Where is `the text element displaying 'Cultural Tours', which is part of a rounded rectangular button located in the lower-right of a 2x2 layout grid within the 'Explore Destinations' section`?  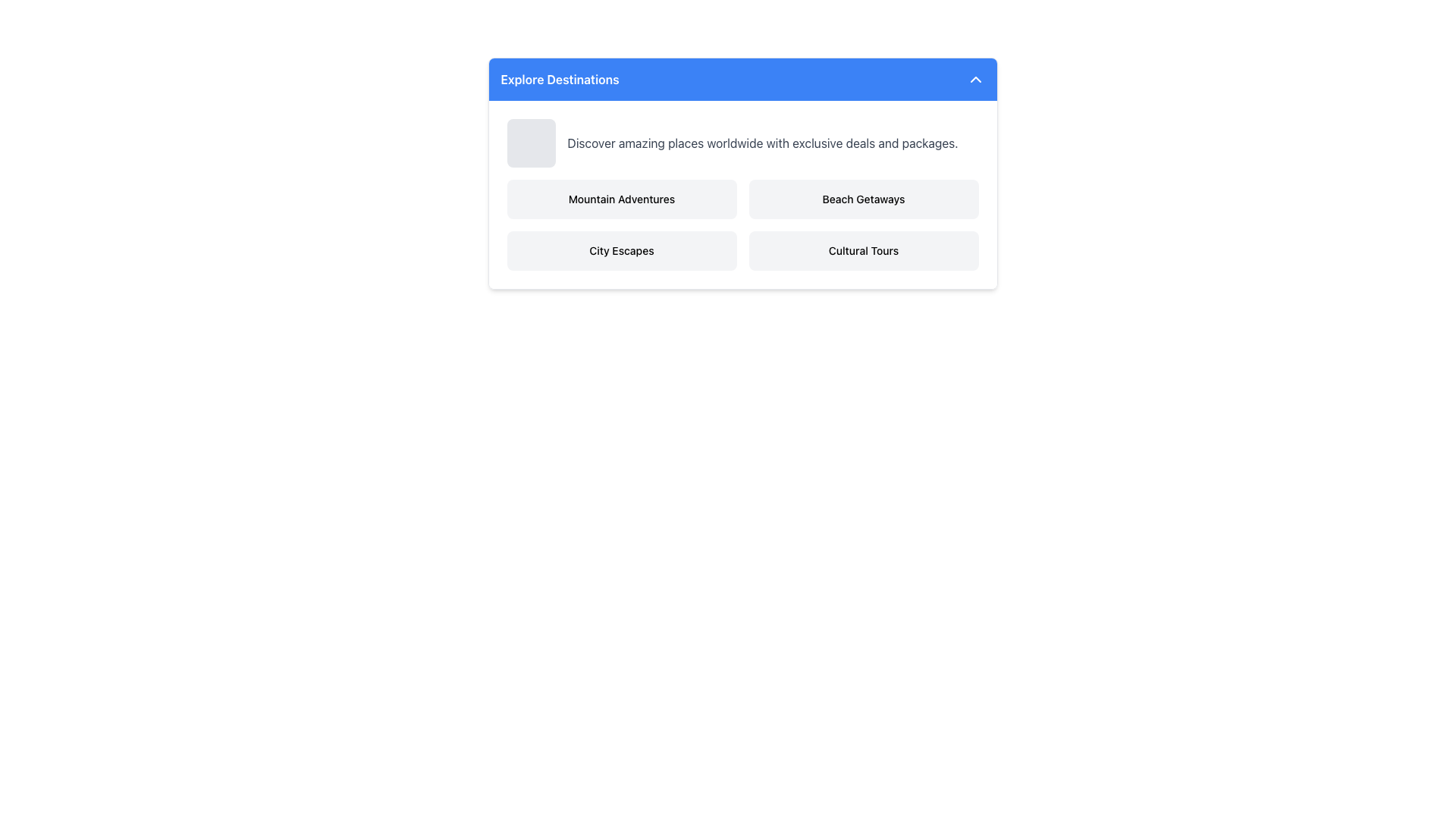
the text element displaying 'Cultural Tours', which is part of a rounded rectangular button located in the lower-right of a 2x2 layout grid within the 'Explore Destinations' section is located at coordinates (863, 250).